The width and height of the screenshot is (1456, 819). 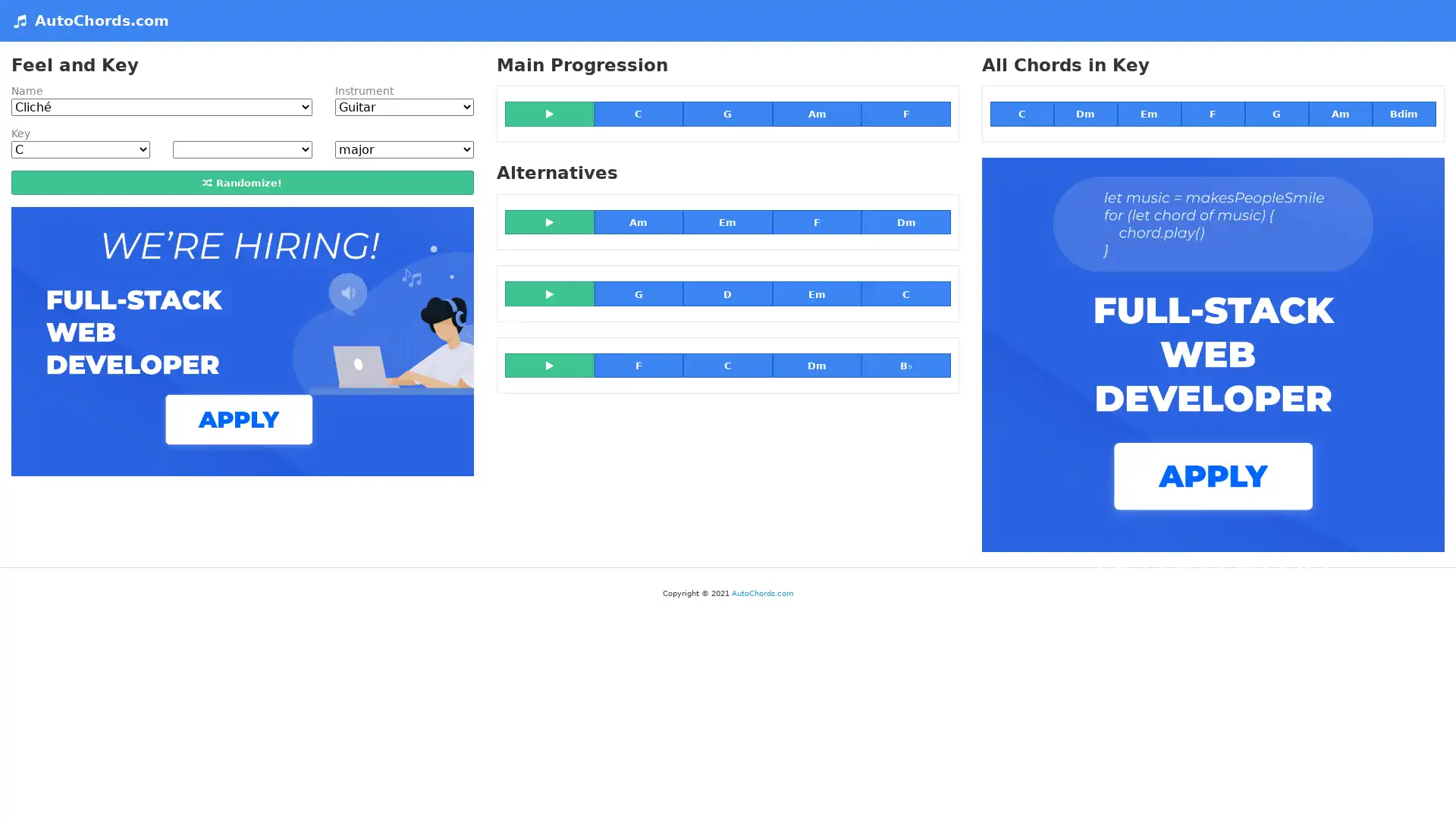 What do you see at coordinates (905, 222) in the screenshot?
I see `Dm` at bounding box center [905, 222].